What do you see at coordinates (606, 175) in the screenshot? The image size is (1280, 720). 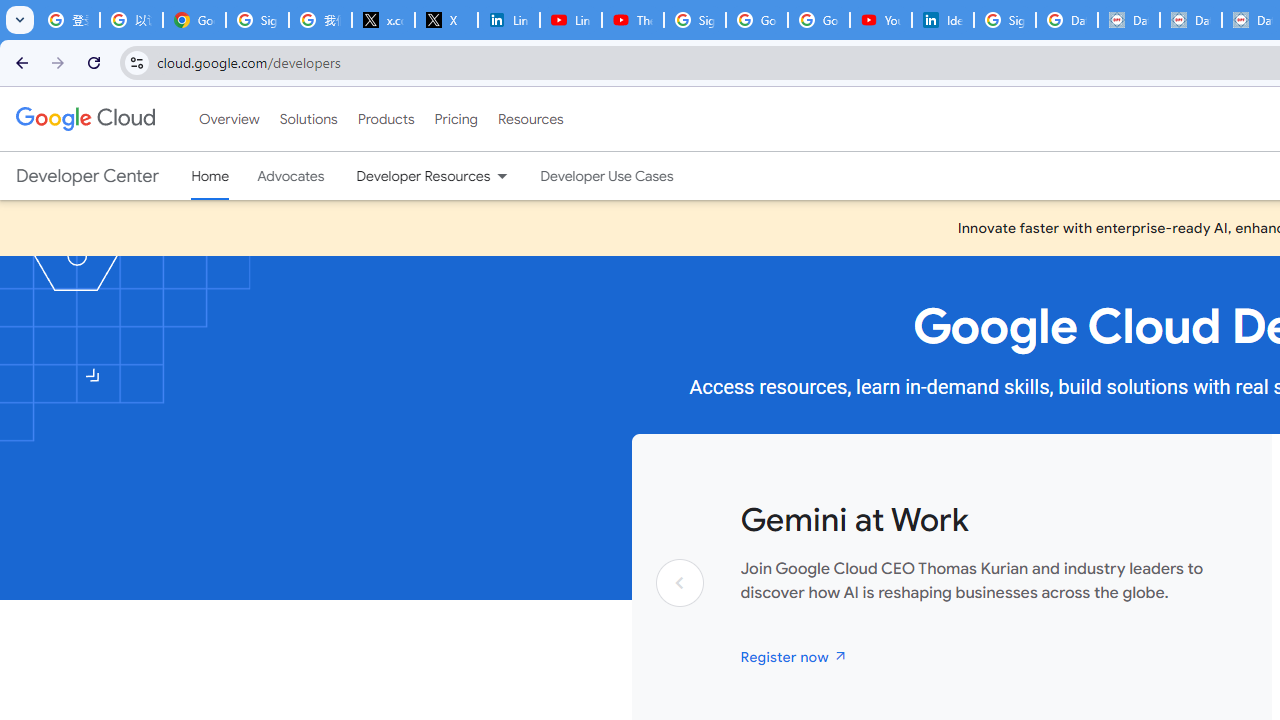 I see `'Developer Use Cases'` at bounding box center [606, 175].